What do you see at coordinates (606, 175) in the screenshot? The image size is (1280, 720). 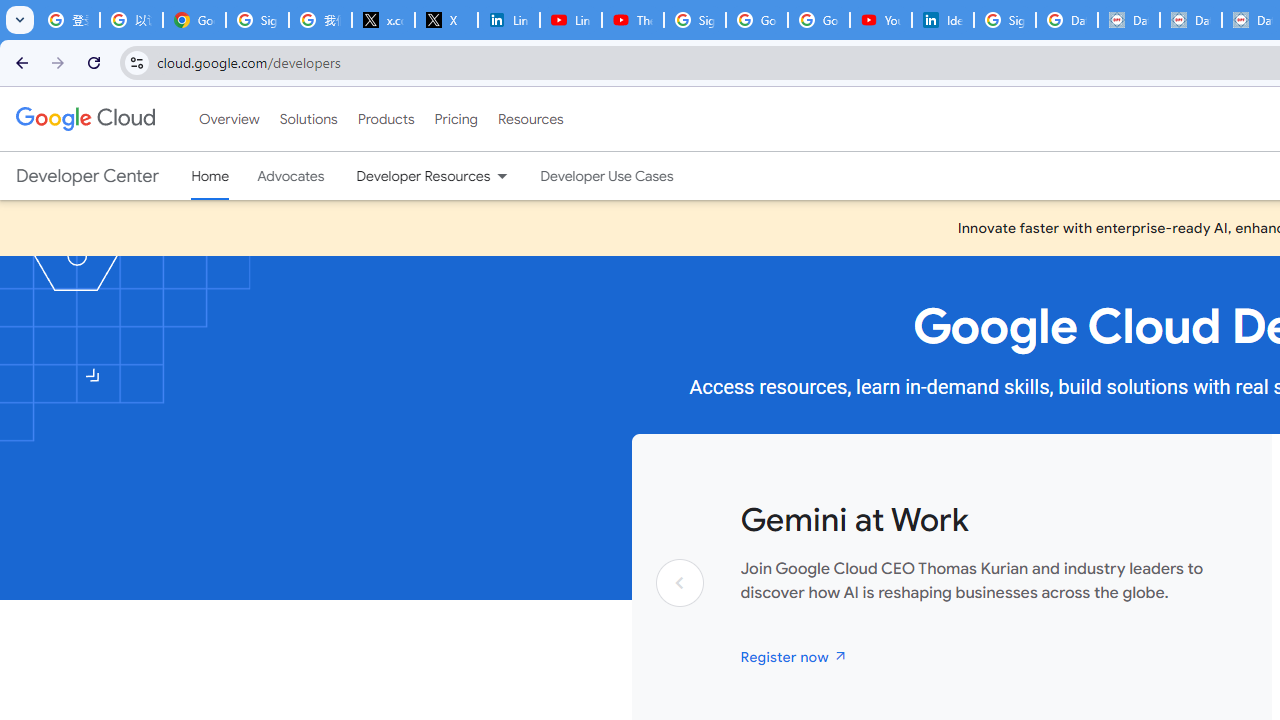 I see `'Developer Use Cases'` at bounding box center [606, 175].